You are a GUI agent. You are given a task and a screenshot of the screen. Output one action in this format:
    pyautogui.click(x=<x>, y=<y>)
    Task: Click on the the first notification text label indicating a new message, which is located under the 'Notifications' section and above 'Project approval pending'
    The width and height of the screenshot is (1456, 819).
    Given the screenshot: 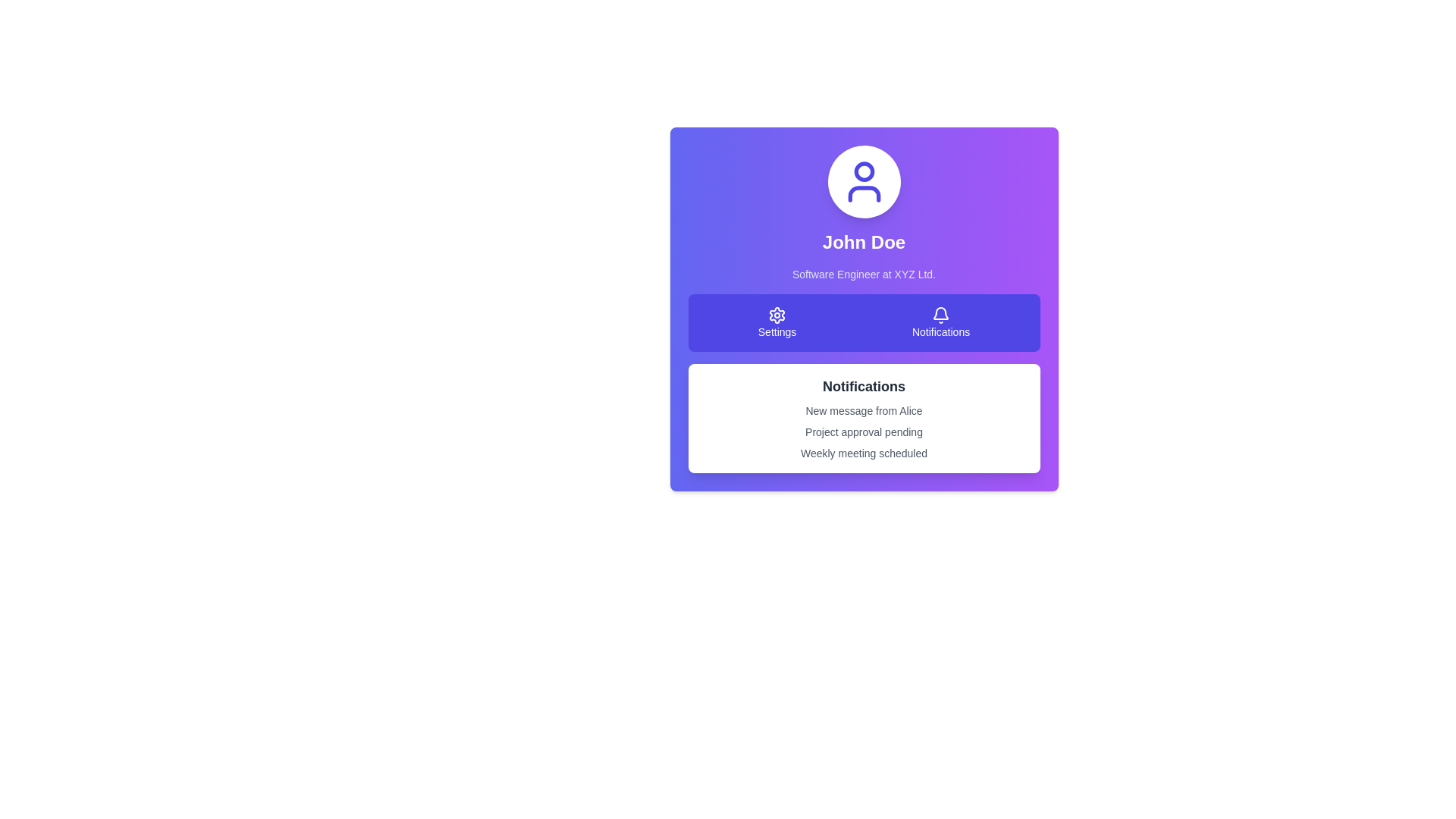 What is the action you would take?
    pyautogui.click(x=864, y=411)
    